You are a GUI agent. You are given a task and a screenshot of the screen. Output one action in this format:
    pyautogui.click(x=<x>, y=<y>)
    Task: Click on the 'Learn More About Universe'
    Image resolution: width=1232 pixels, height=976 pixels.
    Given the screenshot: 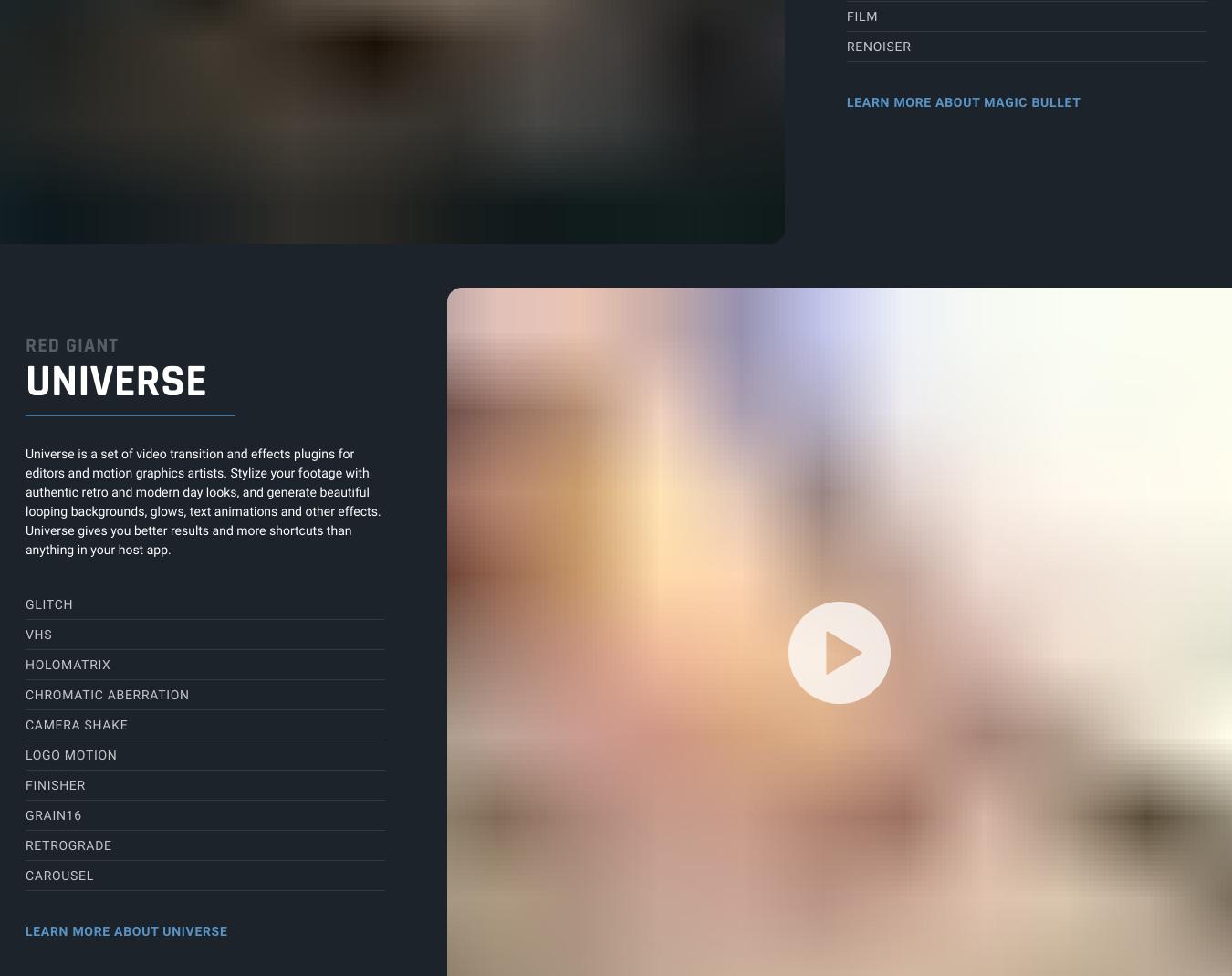 What is the action you would take?
    pyautogui.click(x=126, y=931)
    